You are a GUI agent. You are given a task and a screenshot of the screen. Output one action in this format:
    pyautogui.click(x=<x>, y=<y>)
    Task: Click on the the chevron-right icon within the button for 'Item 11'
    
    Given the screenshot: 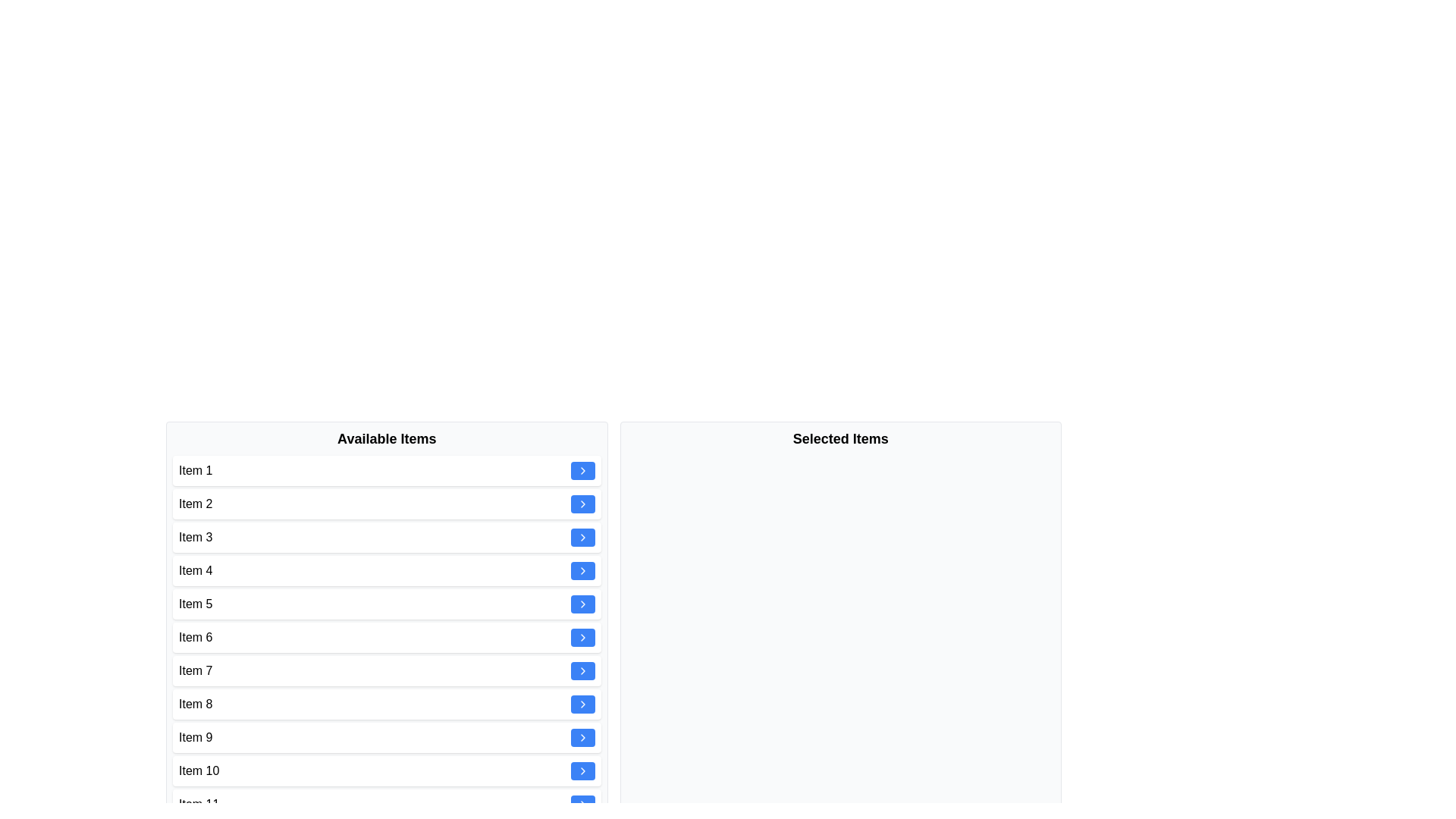 What is the action you would take?
    pyautogui.click(x=582, y=704)
    